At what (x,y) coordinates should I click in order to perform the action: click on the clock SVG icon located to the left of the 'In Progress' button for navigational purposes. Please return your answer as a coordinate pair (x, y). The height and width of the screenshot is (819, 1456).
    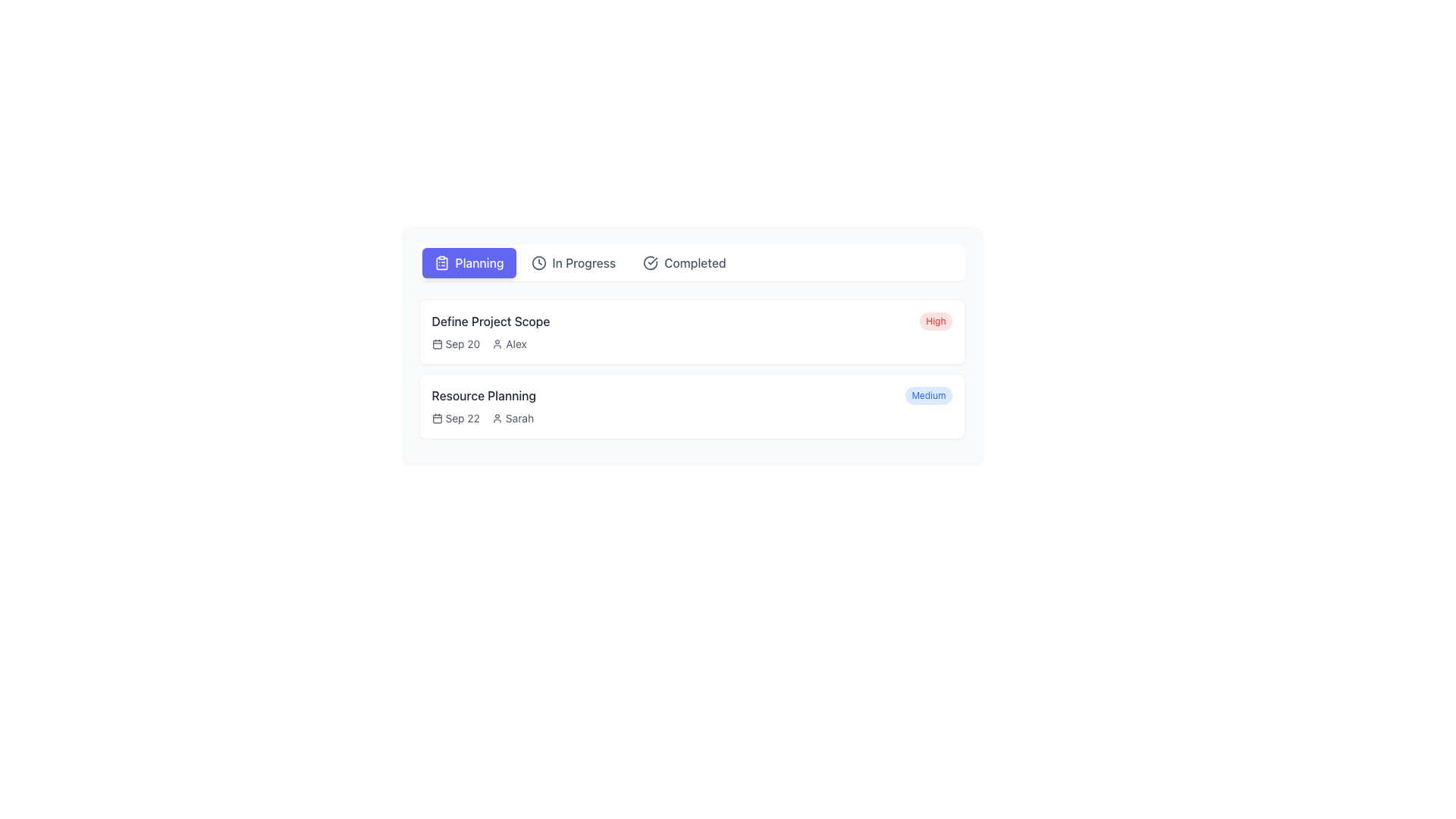
    Looking at the image, I should click on (538, 262).